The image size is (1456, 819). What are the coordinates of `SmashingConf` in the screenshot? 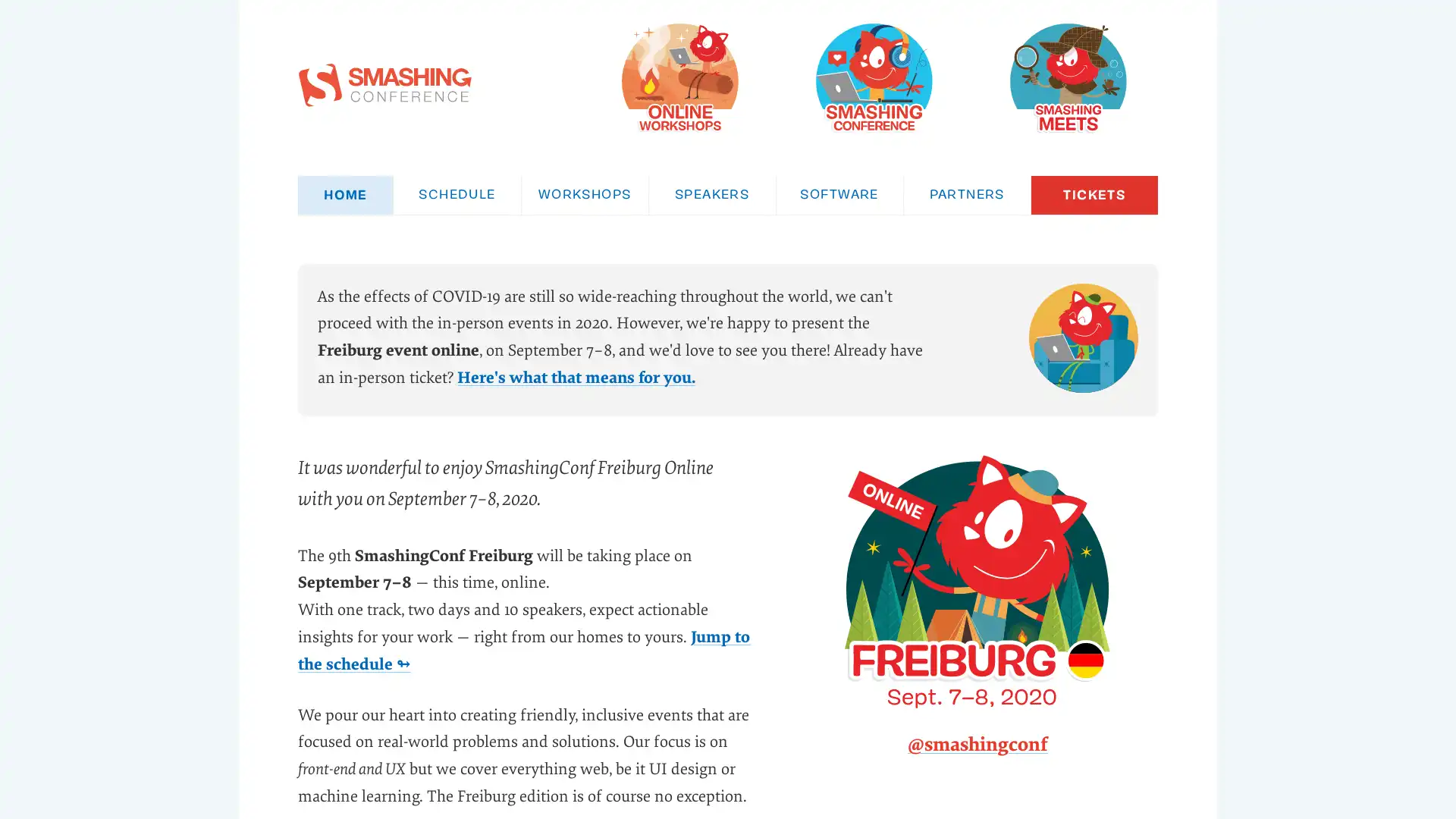 It's located at (874, 77).